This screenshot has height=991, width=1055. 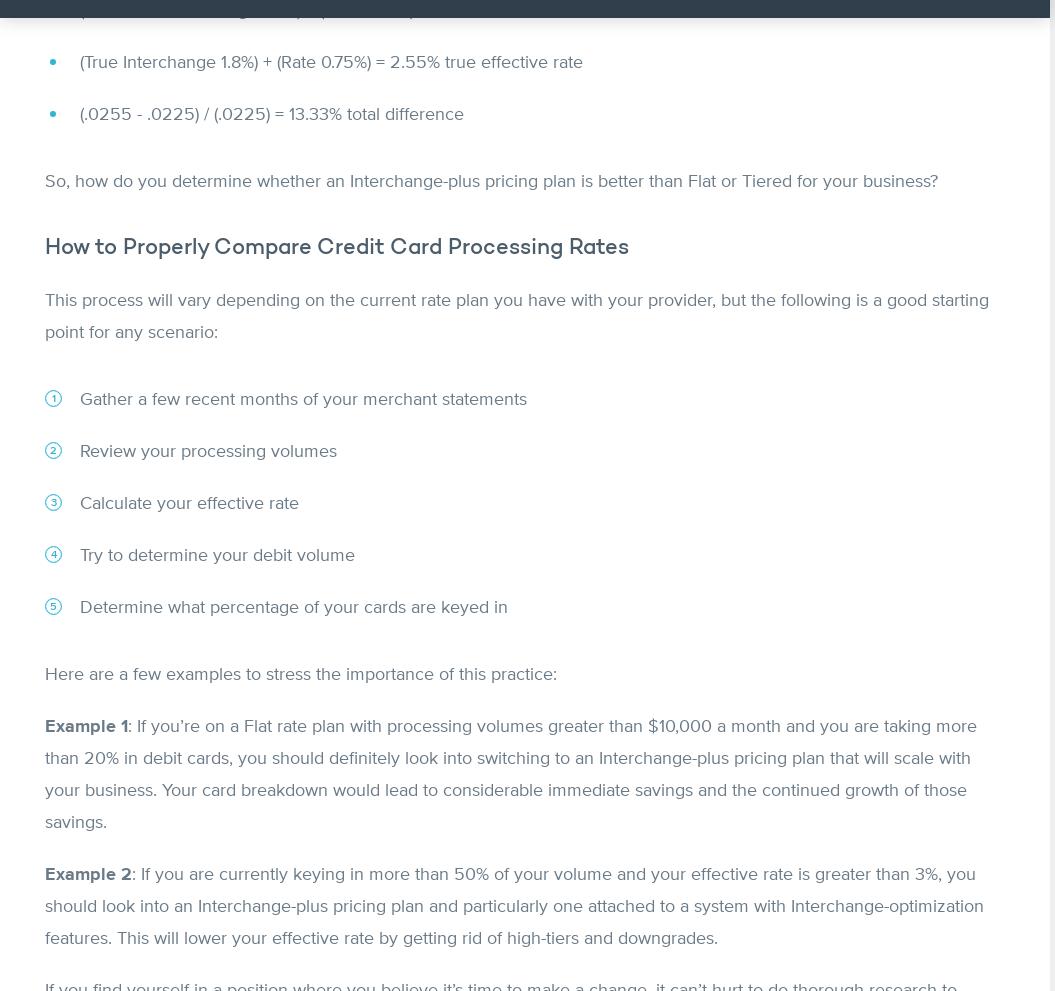 What do you see at coordinates (330, 62) in the screenshot?
I see `'(True Interchange 1.8%) + (Rate 0.75%) = 2.55% true effective rate'` at bounding box center [330, 62].